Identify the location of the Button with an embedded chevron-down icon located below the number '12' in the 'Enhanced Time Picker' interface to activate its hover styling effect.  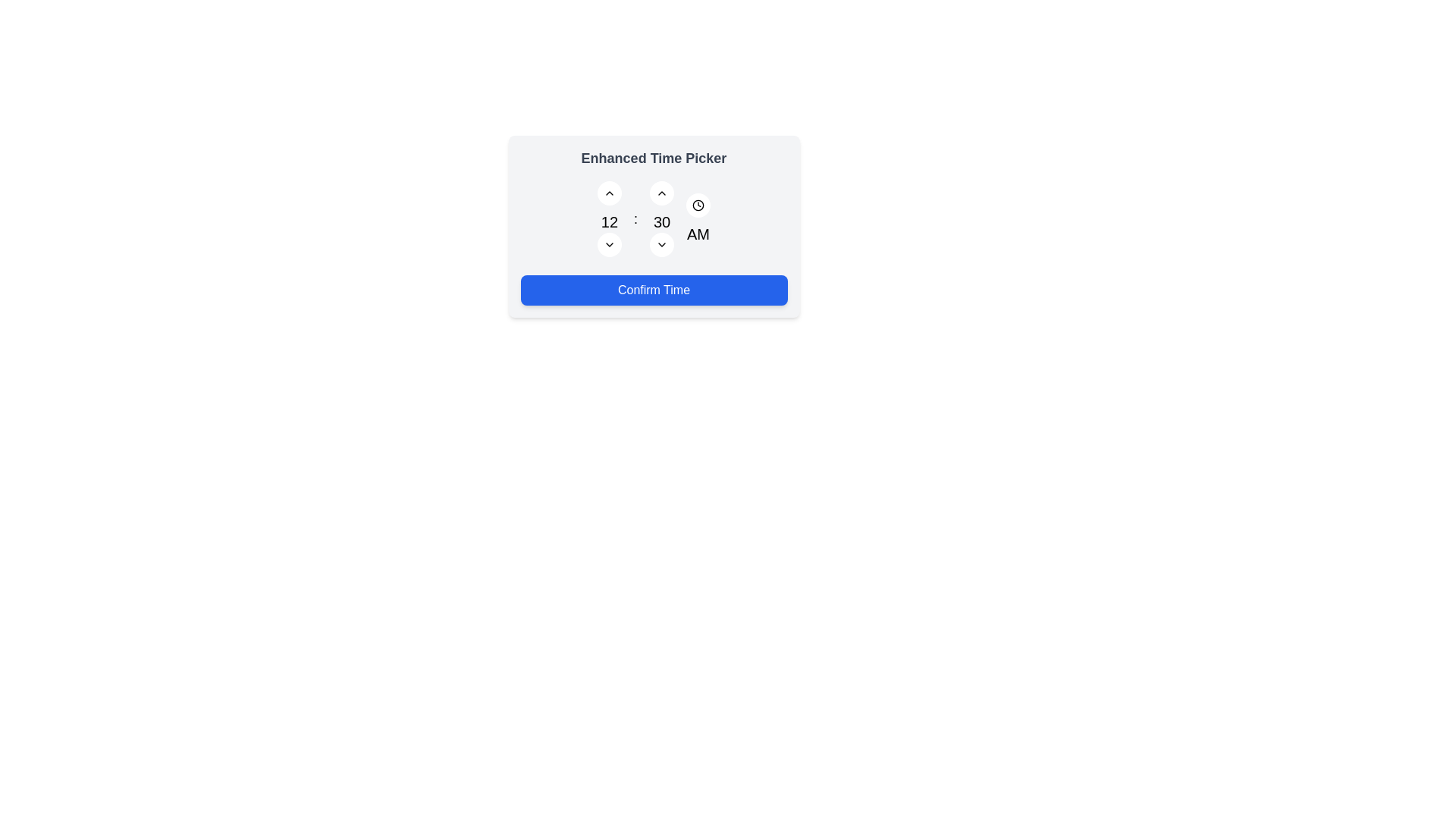
(609, 244).